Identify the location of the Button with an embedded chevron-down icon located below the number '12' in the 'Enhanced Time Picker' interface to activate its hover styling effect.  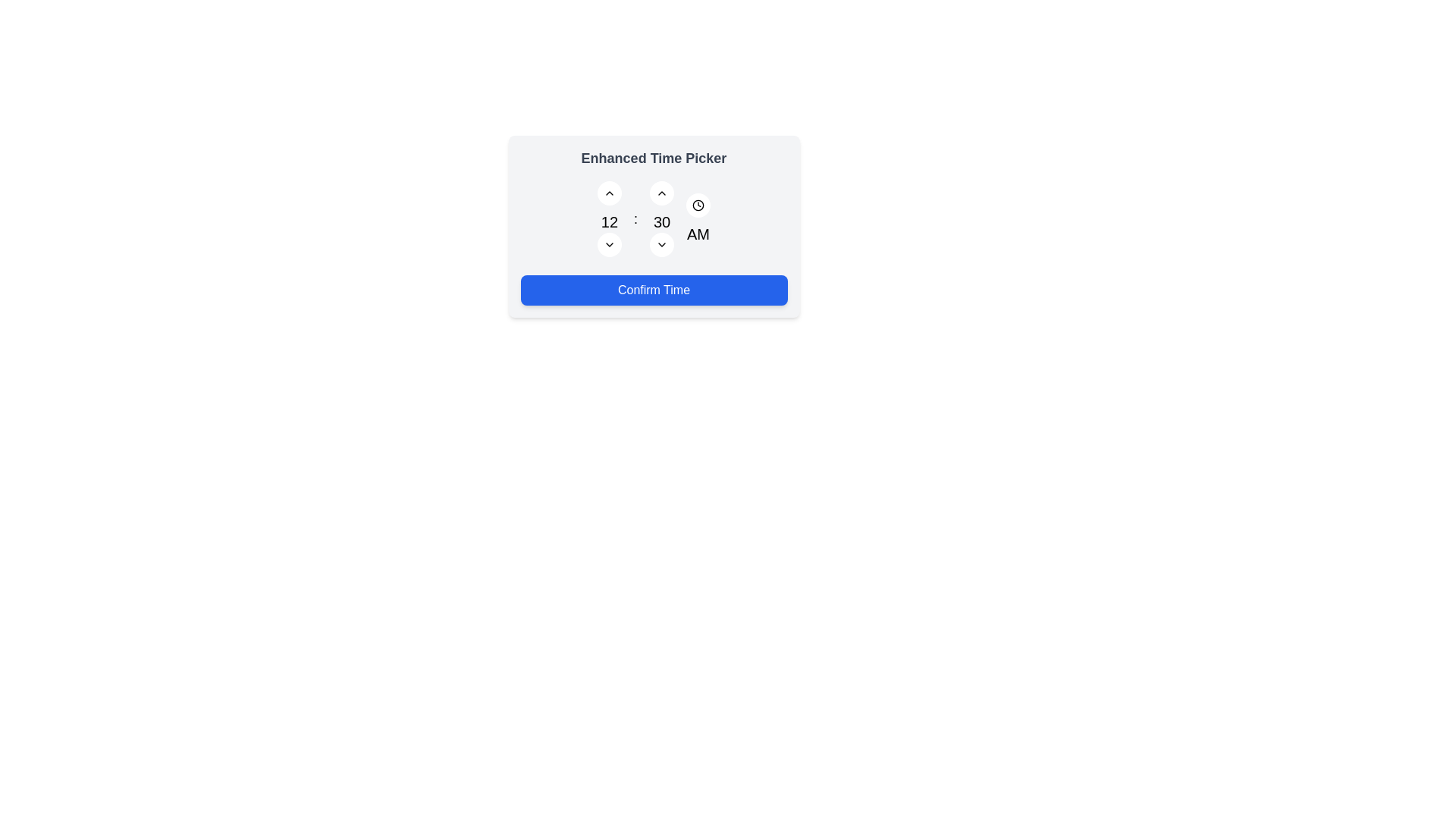
(609, 244).